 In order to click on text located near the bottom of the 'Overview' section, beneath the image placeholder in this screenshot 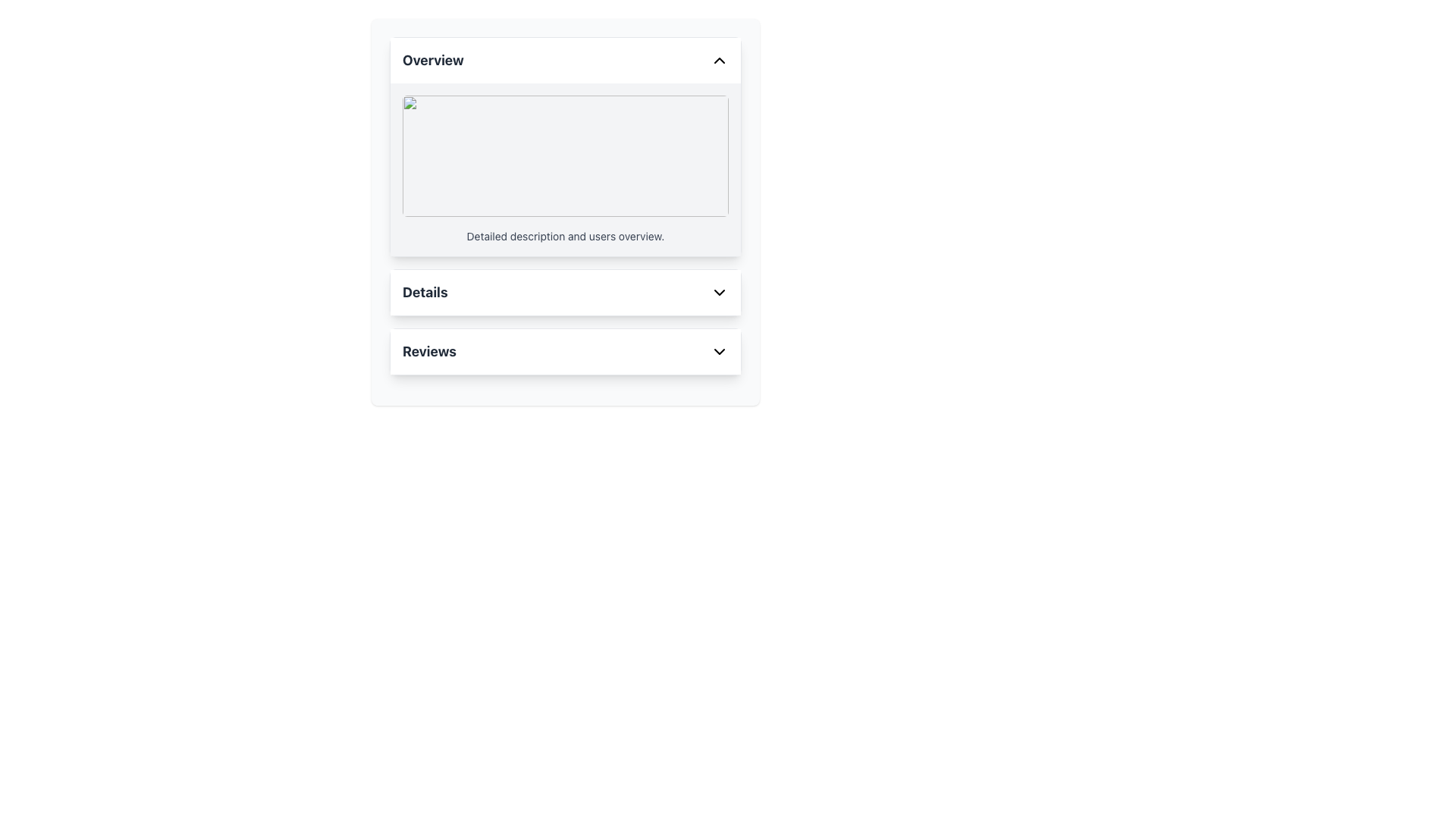, I will do `click(564, 237)`.